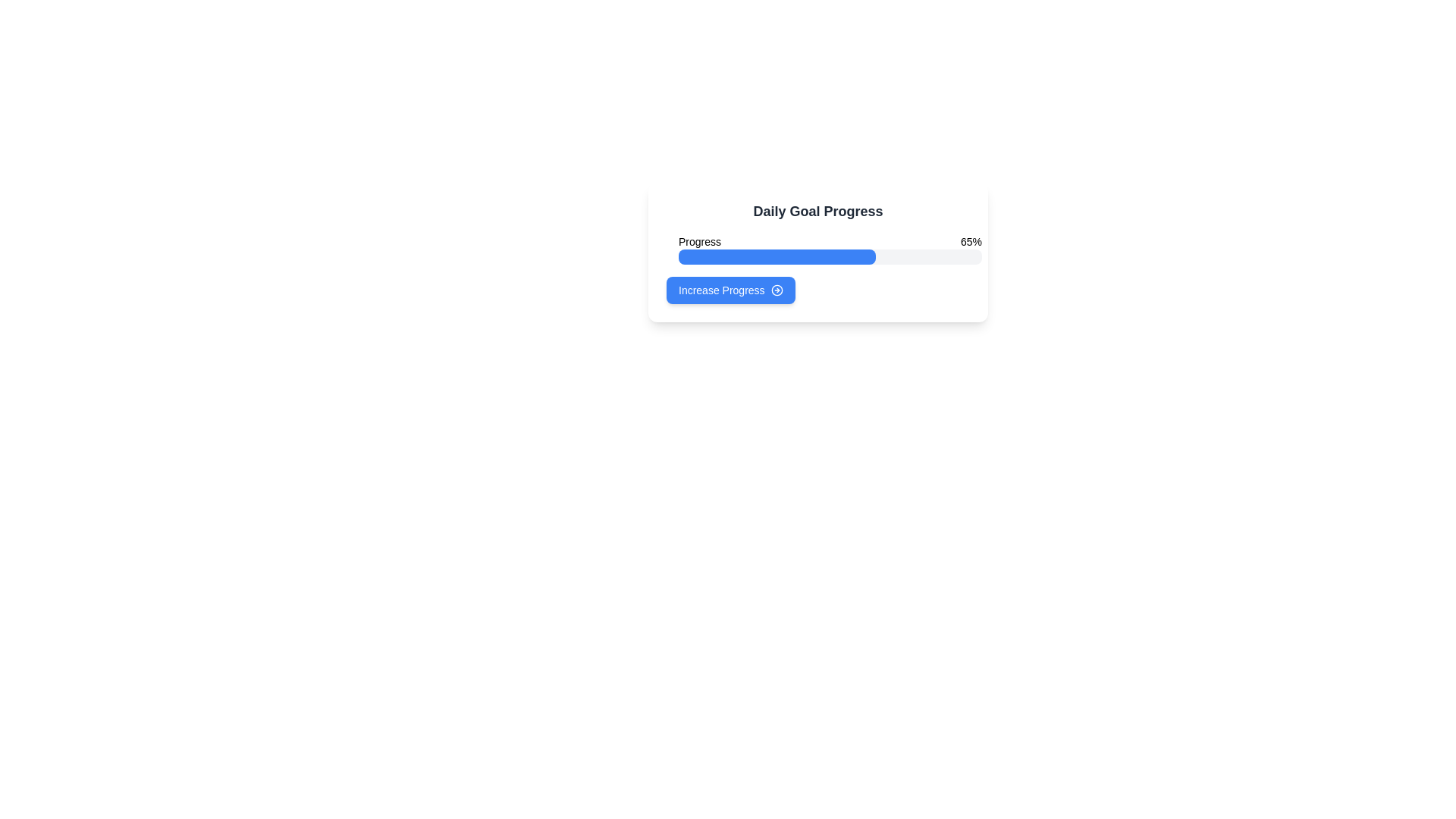 This screenshot has height=819, width=1456. I want to click on the blue progress bar in the 'Daily Goal Progress' section, which is horizontally centered and visually distinct with rounded edges, so click(777, 256).